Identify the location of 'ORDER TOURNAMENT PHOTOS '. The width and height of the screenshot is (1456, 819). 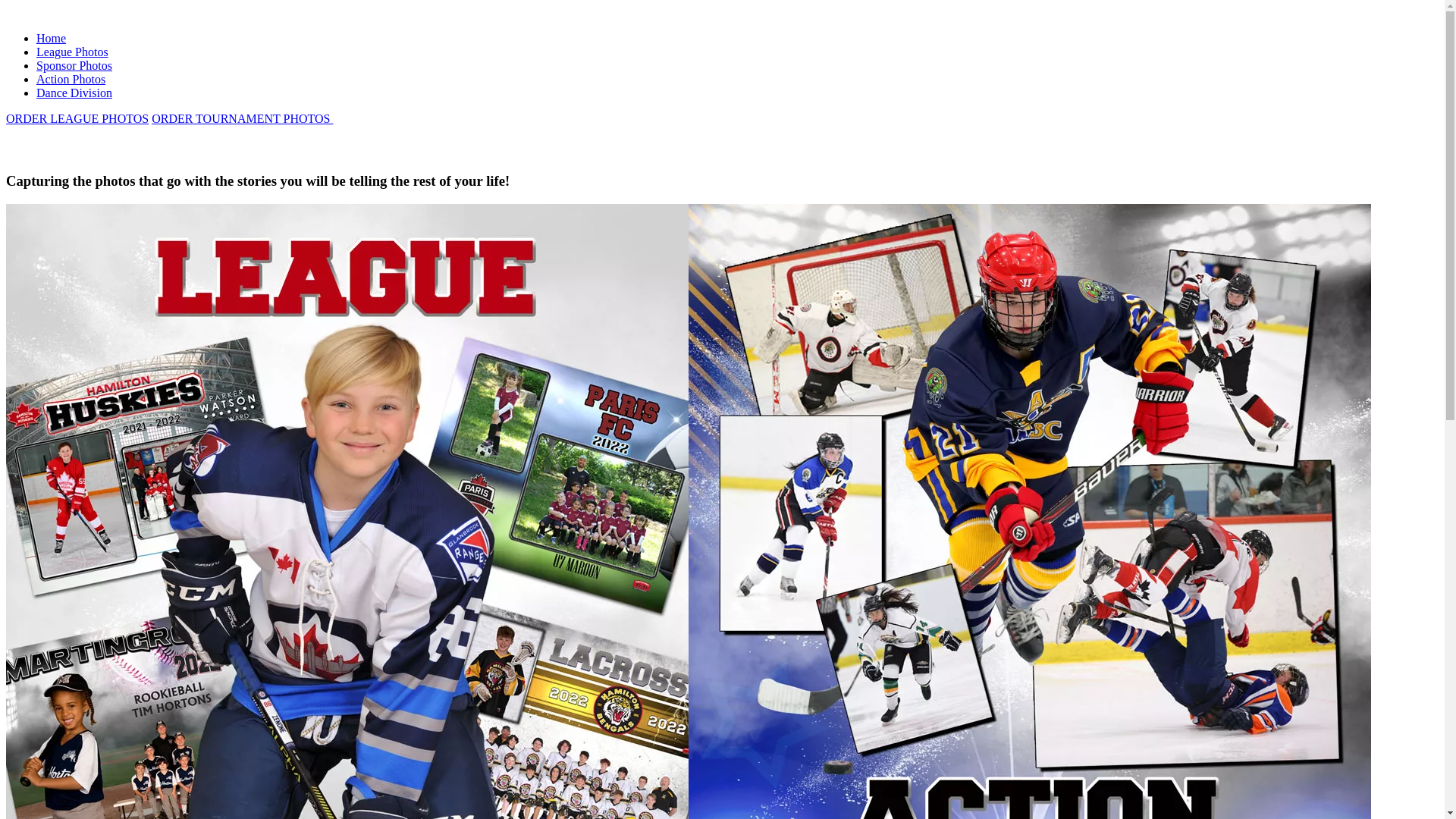
(152, 118).